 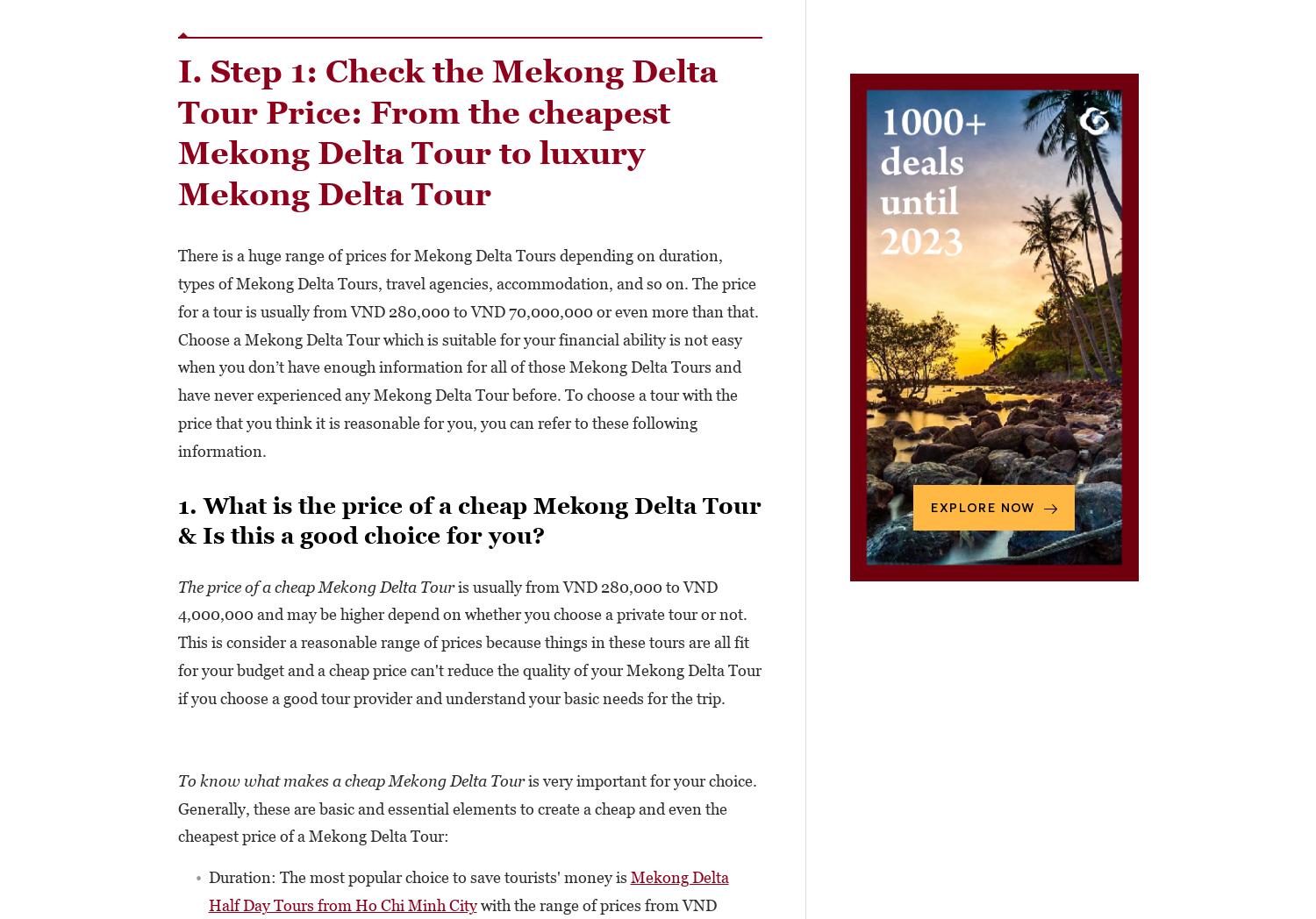 I want to click on '1. What is the price of a cheap Mekong Delta Tour & Is this a good choice for you?', so click(x=468, y=519).